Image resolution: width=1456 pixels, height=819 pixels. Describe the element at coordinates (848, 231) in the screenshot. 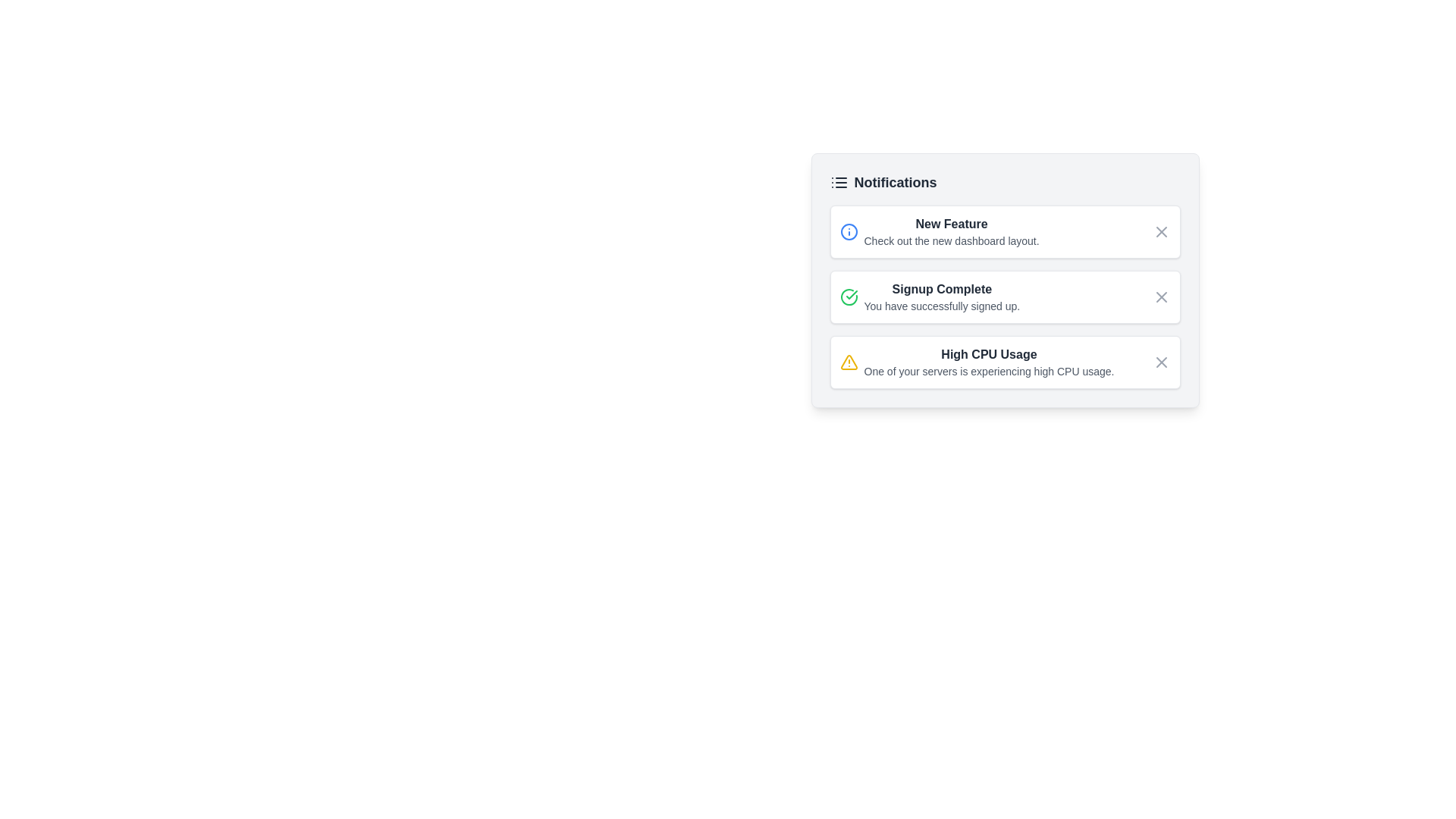

I see `the circular blue outline icon positioned to the left of the notification entry titled 'New Feature' within the notifications list` at that location.